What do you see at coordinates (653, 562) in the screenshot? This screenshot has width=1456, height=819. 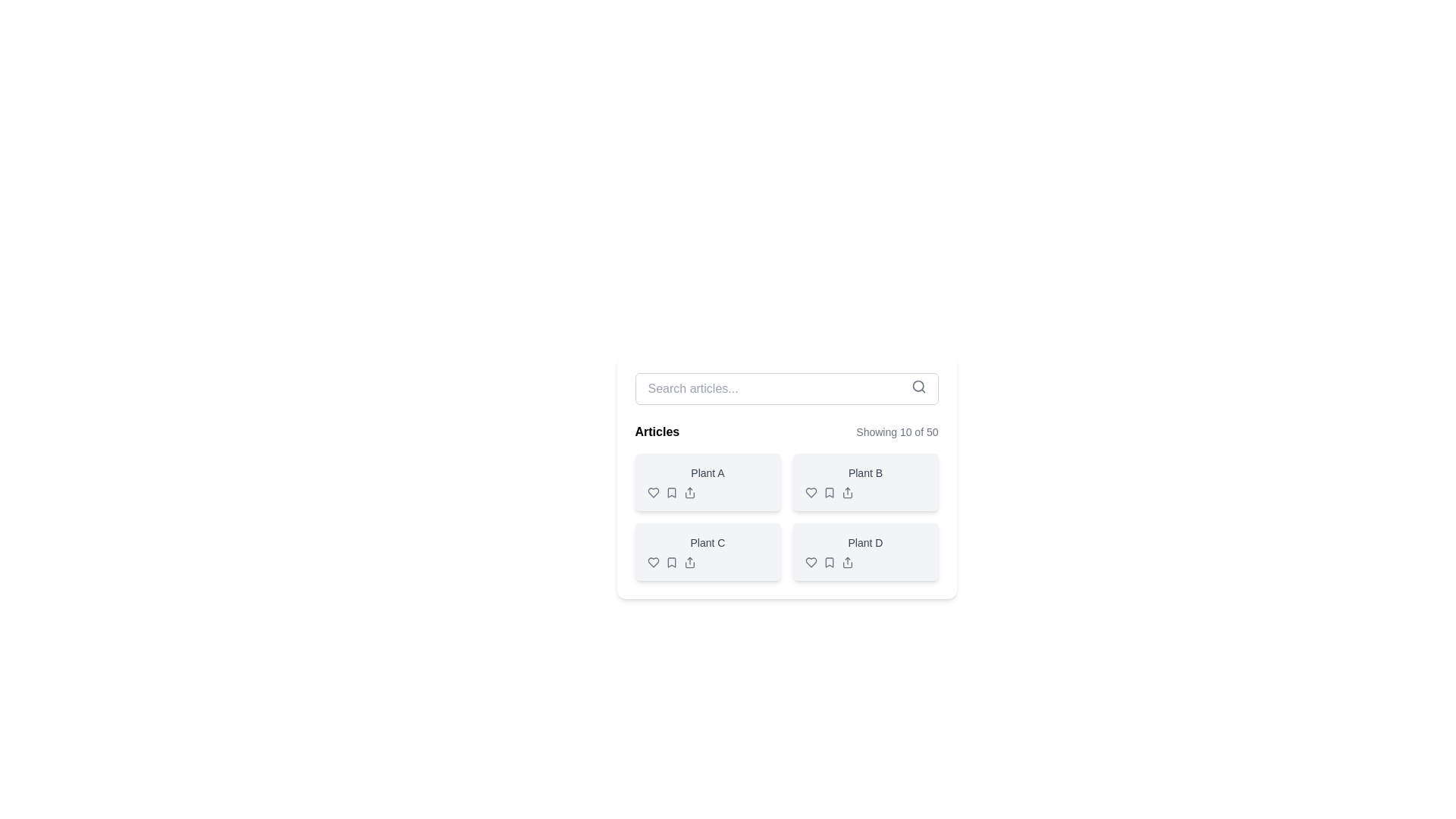 I see `the heart icon located in the bottom-left corner of the card labeled 'Plant C' in the 'Articles' section to indicate the option to like or mark it as a favorite` at bounding box center [653, 562].